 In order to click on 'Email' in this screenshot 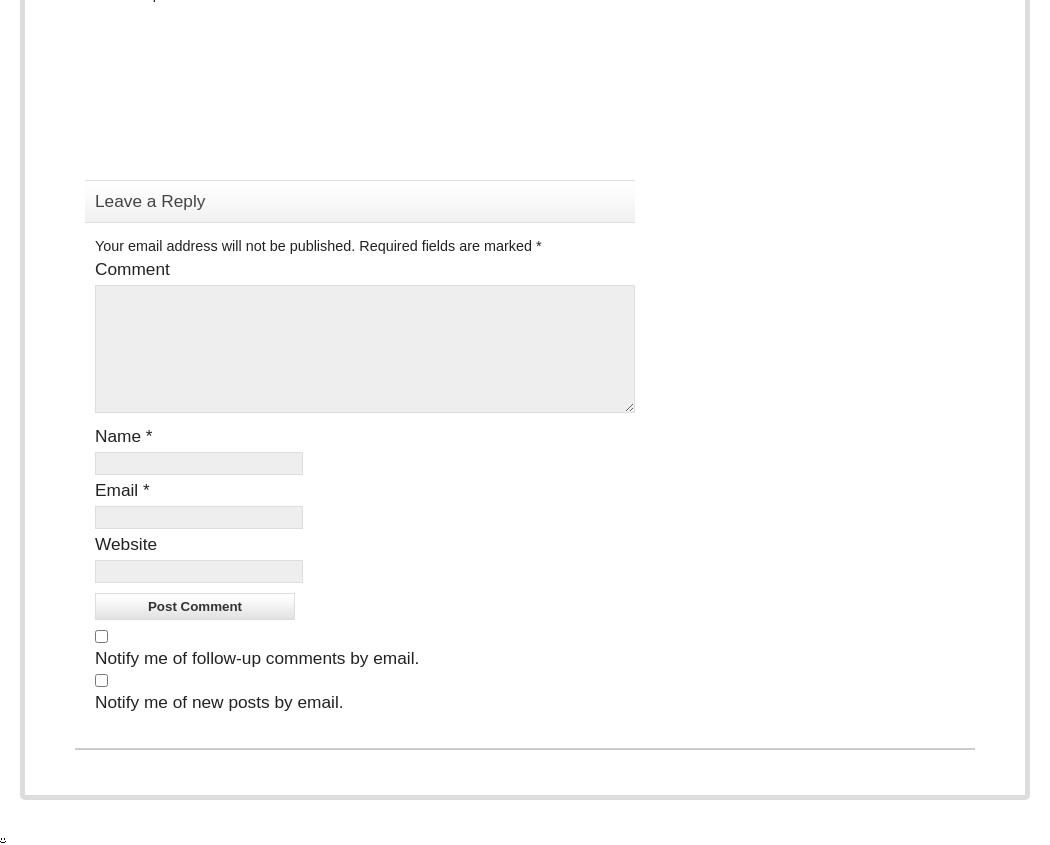, I will do `click(117, 490)`.